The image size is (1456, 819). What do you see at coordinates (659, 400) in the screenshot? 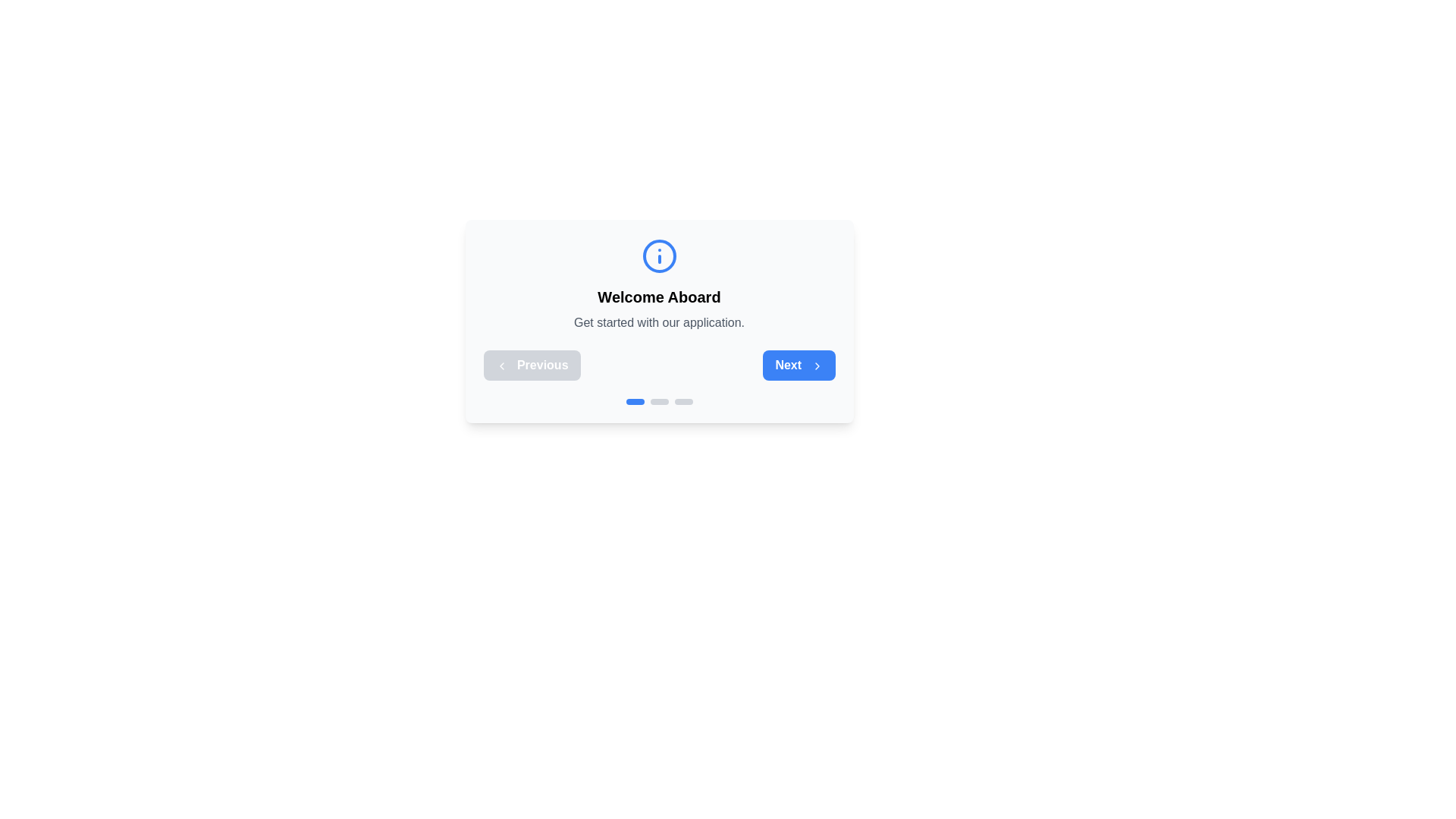
I see `the visual state of the progress indicator located at the bottom of the card-like interface, which displays the current step with a blue rectangle and remaining steps in gray` at bounding box center [659, 400].